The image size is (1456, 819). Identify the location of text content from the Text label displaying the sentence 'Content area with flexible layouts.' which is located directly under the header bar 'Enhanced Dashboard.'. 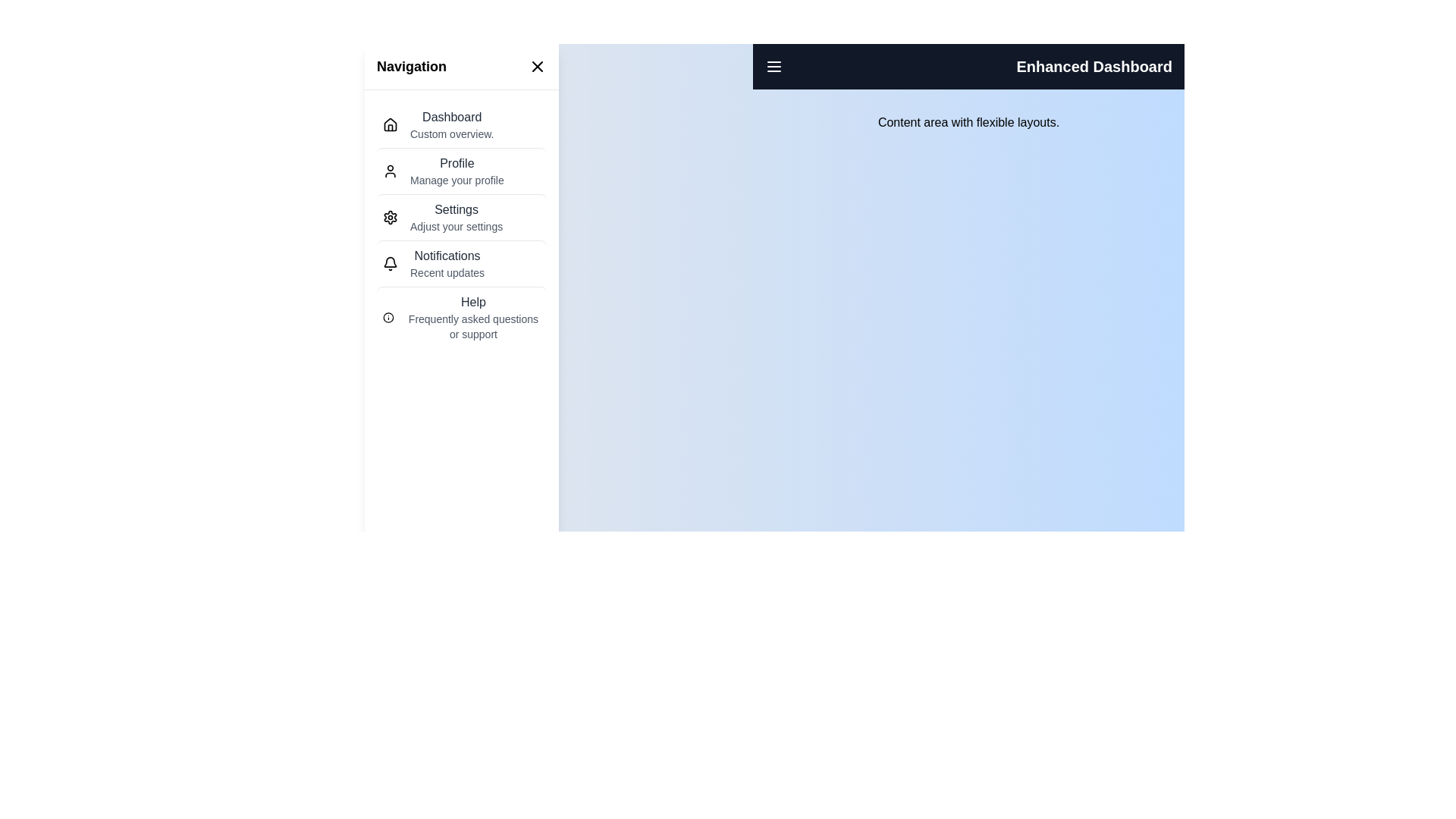
(968, 122).